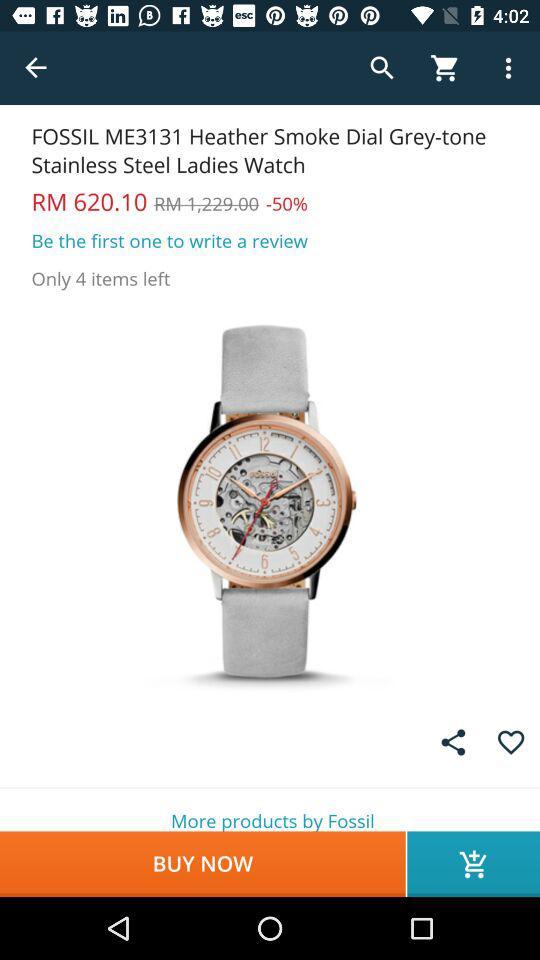 The height and width of the screenshot is (960, 540). Describe the element at coordinates (453, 741) in the screenshot. I see `the share icon` at that location.